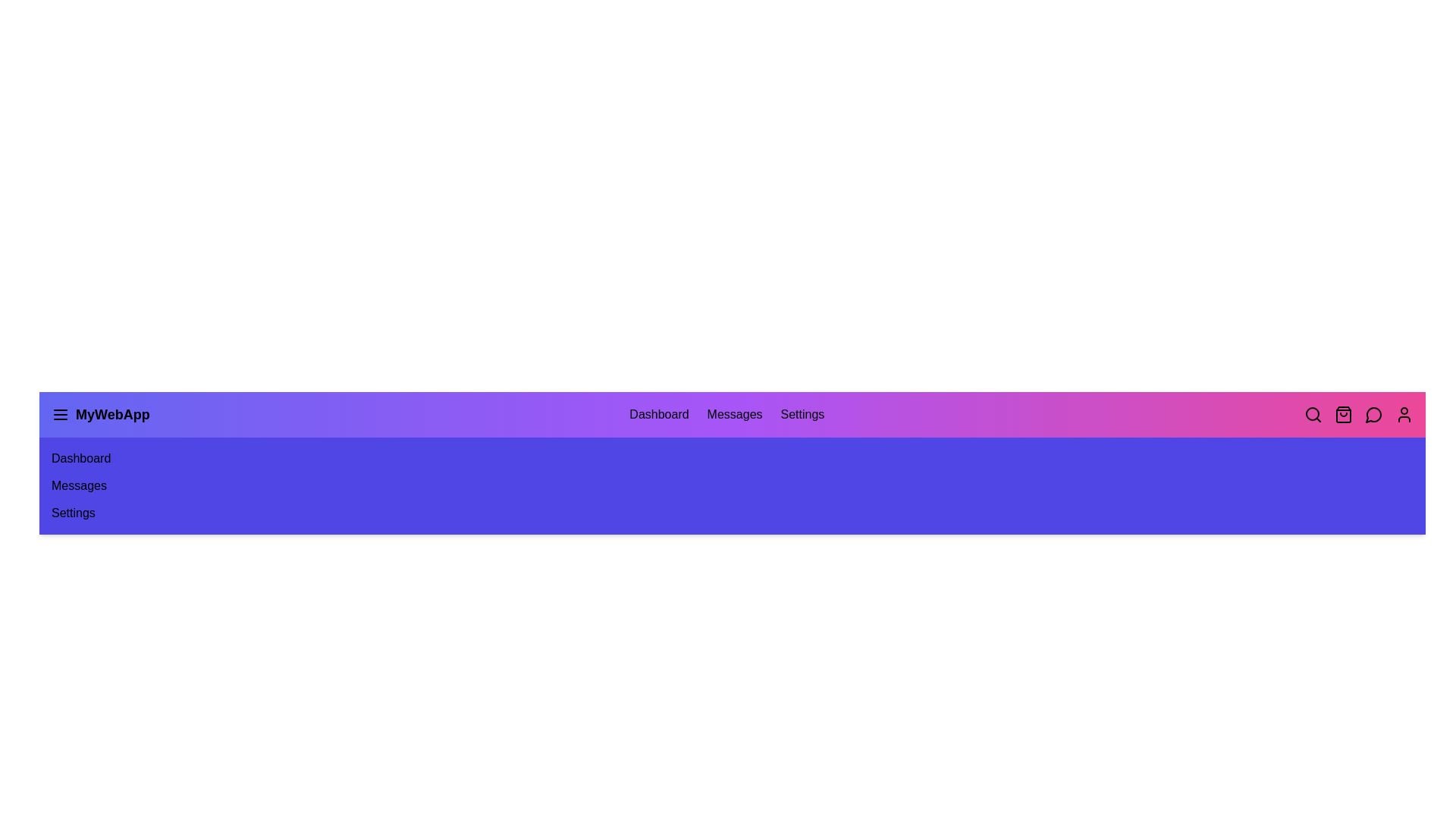  Describe the element at coordinates (1343, 415) in the screenshot. I see `the shopping_bag icon in the EnhancedAppBar` at that location.